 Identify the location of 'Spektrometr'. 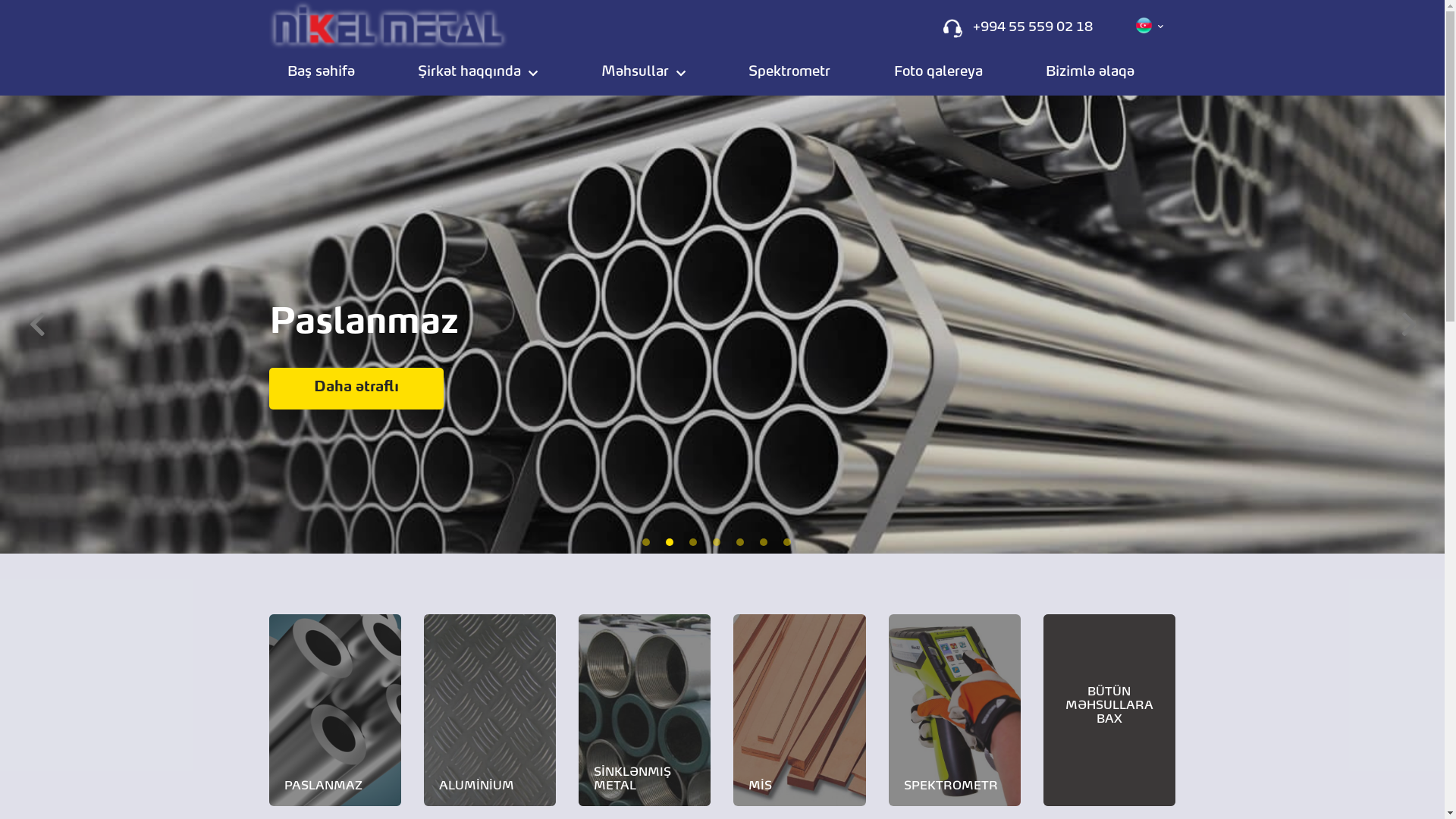
(789, 72).